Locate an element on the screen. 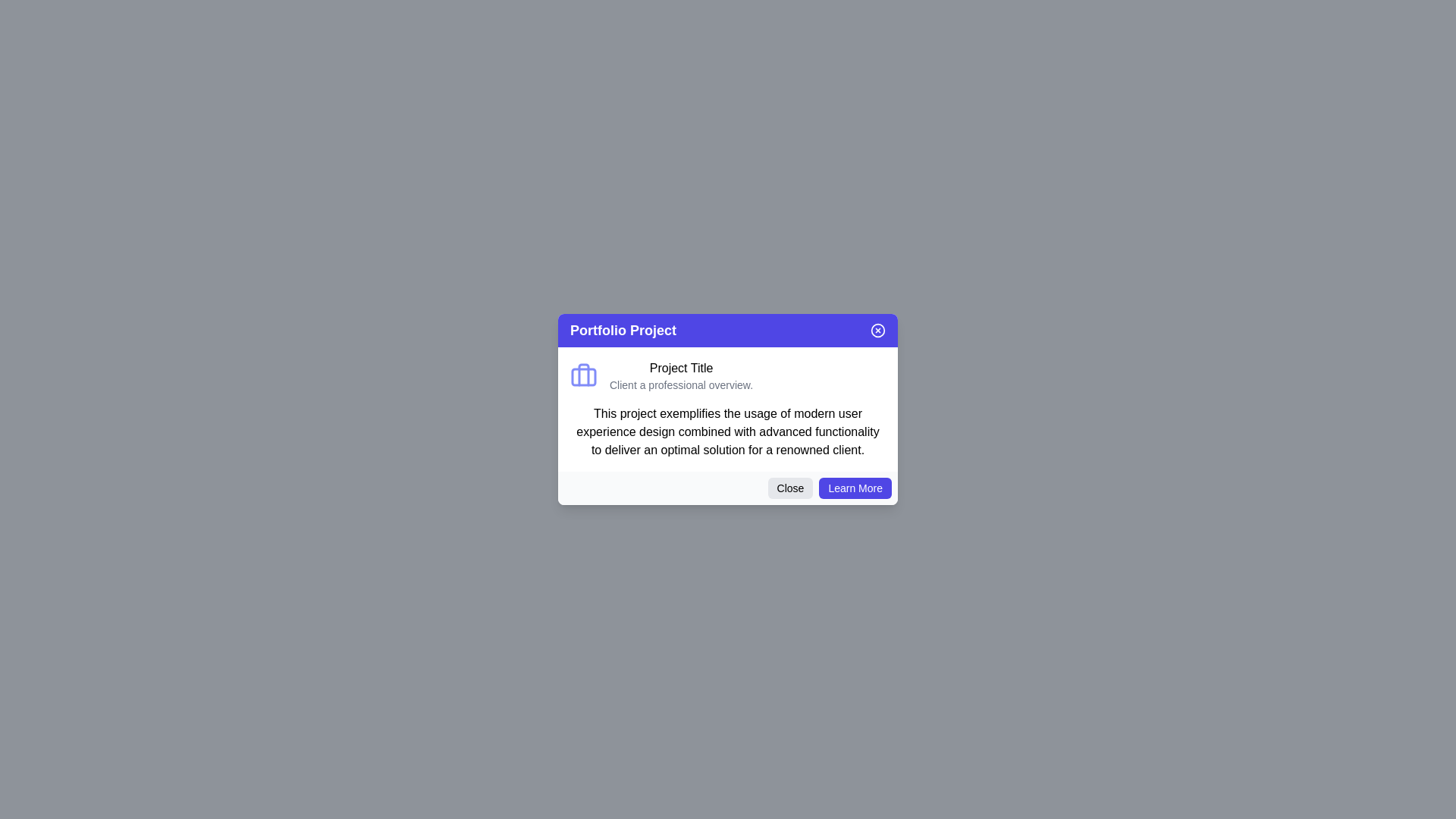 The width and height of the screenshot is (1456, 819). the text in the text block with heading and subheading located within the modal dialog titled 'Portfolio Project', which contains the headline 'Project Title' and the description 'Client a professional overview.' is located at coordinates (680, 375).